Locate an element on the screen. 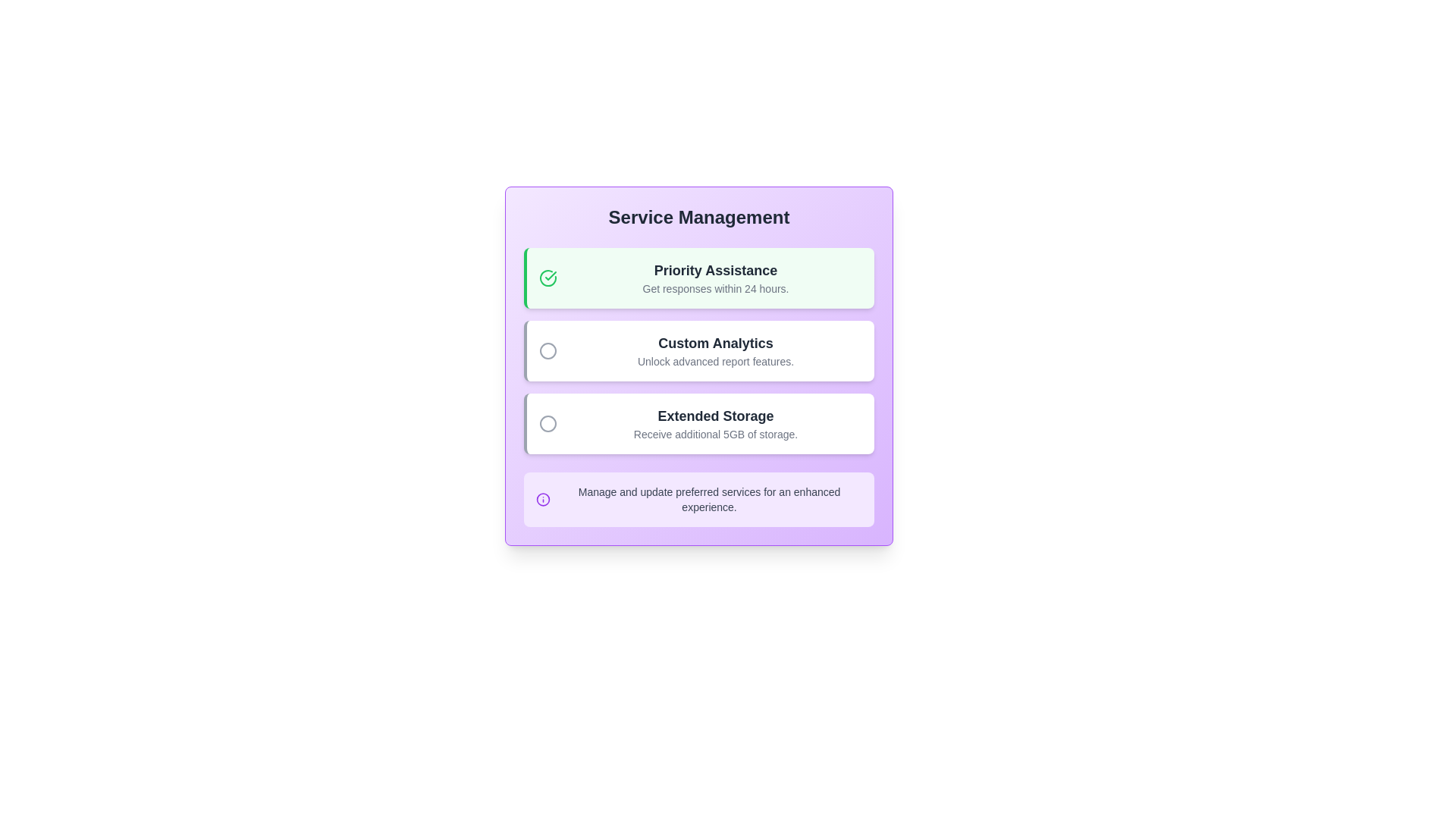 This screenshot has height=819, width=1456. the SVG graphical element with a circular shape located at the center of the 'Custom Analytics' option in the 'Service Management' panel is located at coordinates (548, 350).